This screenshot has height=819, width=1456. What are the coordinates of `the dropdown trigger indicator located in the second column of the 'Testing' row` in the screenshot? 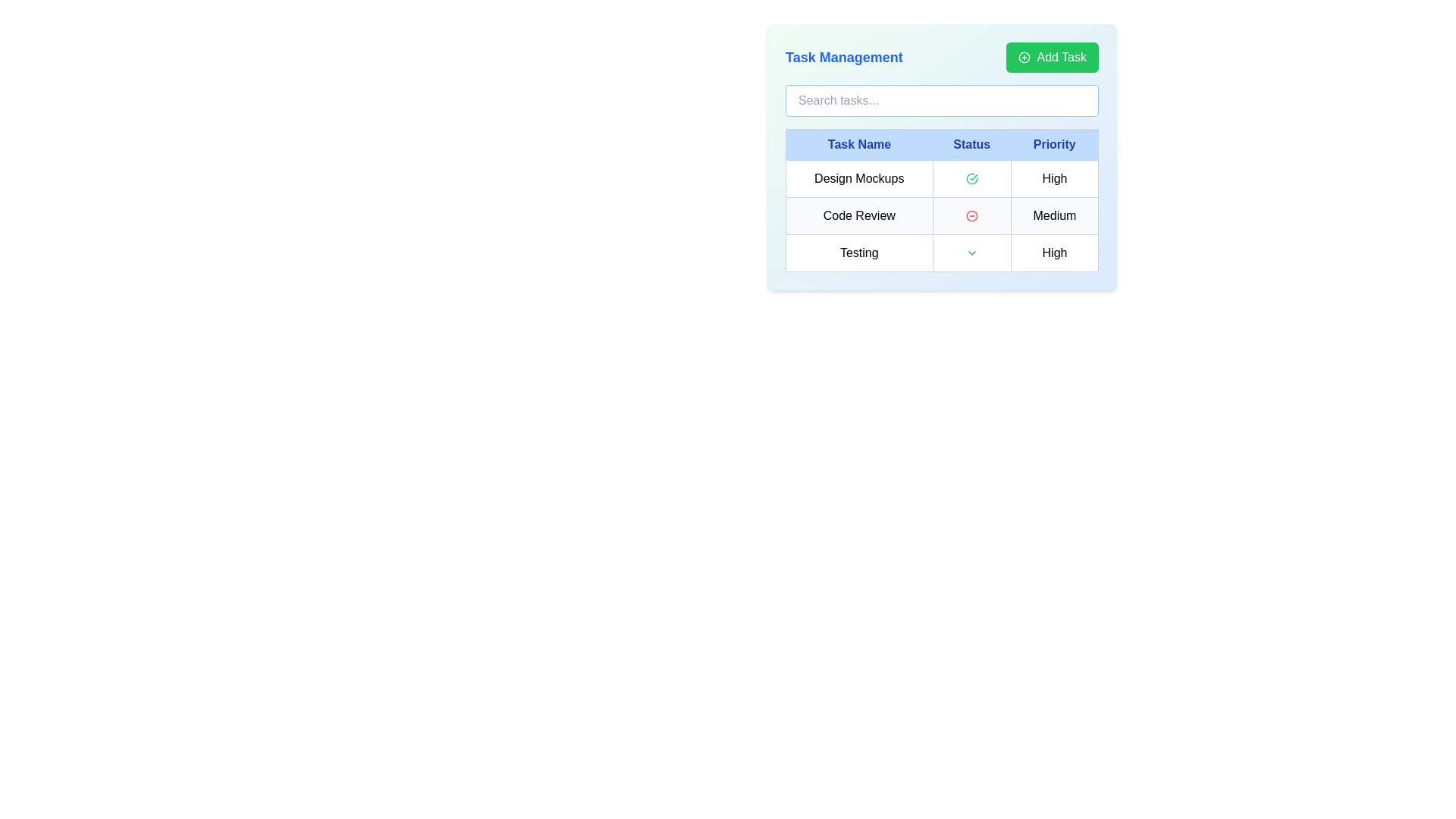 It's located at (971, 253).